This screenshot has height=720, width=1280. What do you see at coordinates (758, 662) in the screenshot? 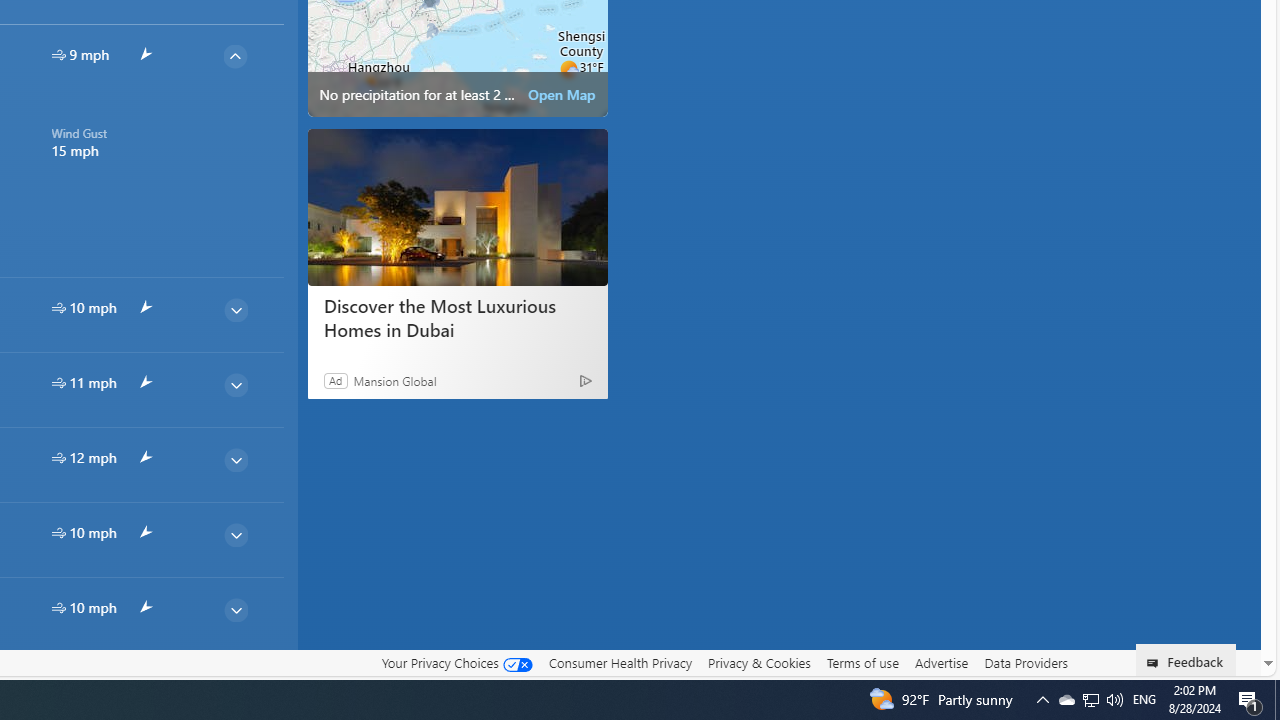
I see `'Privacy & Cookies'` at bounding box center [758, 662].